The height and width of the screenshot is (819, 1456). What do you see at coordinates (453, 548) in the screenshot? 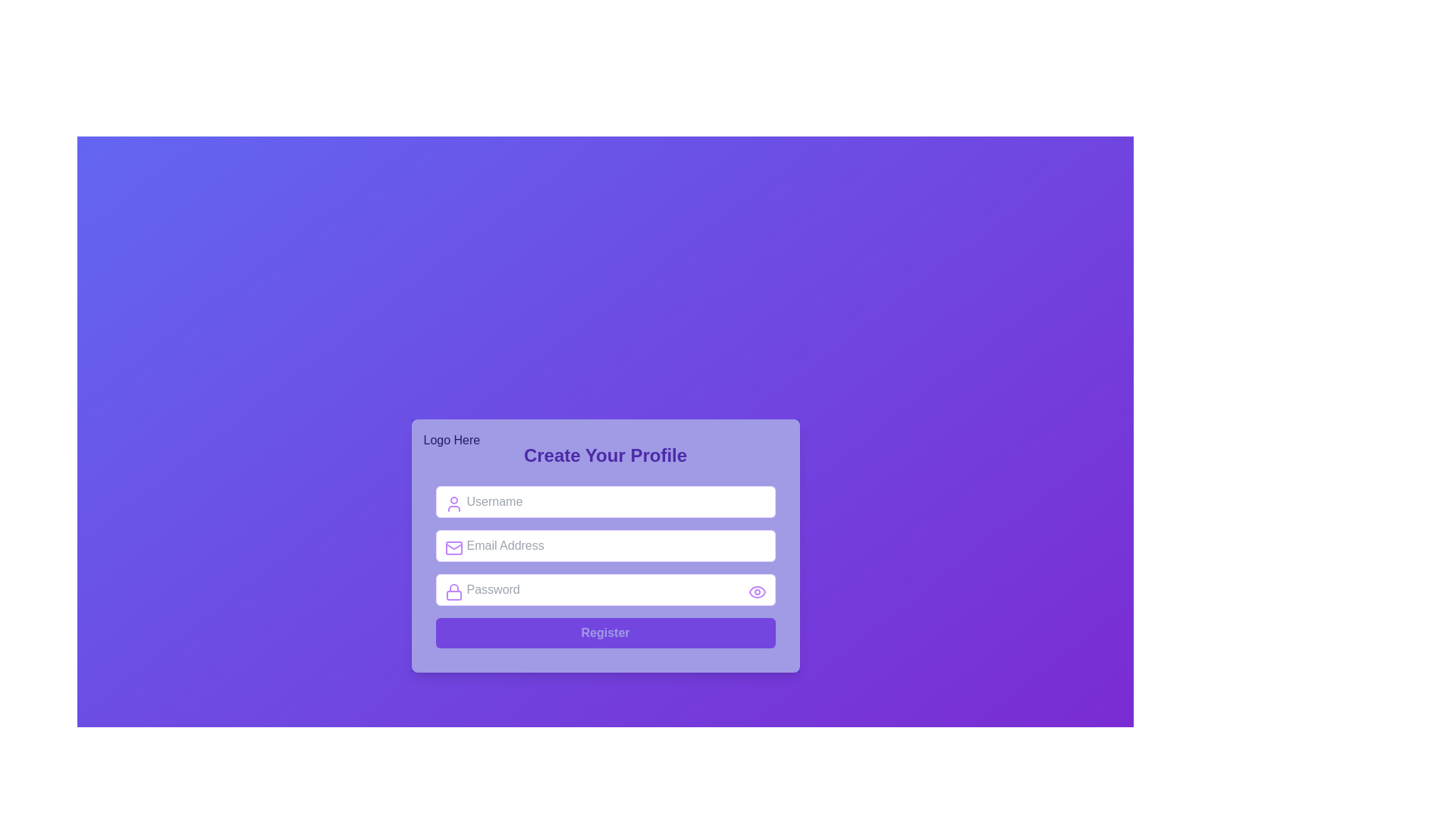
I see `the purple mail icon, which is the leftmost icon in the email address input field labeled 'Email Address'` at bounding box center [453, 548].